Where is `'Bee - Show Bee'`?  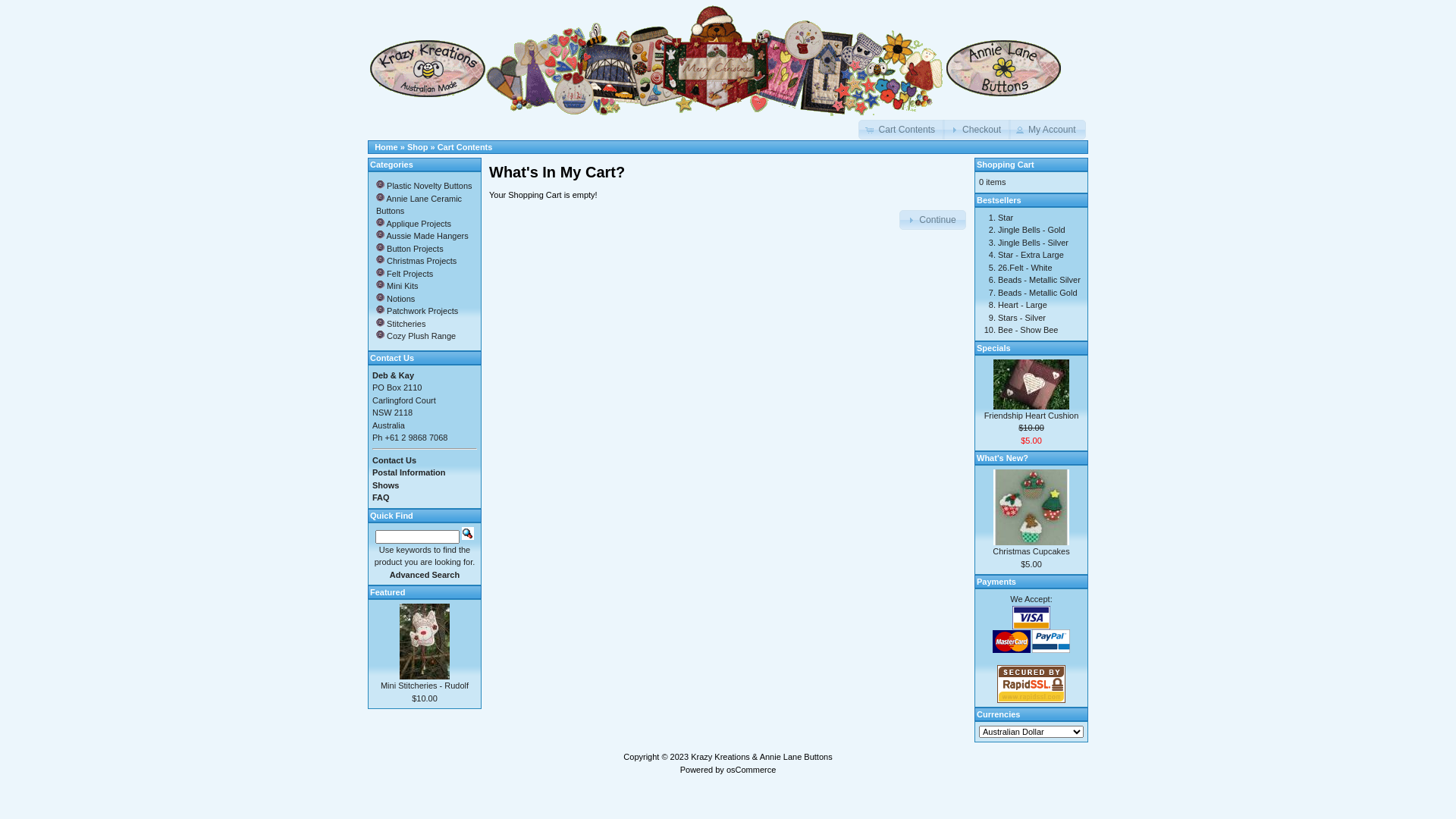 'Bee - Show Bee' is located at coordinates (1028, 329).